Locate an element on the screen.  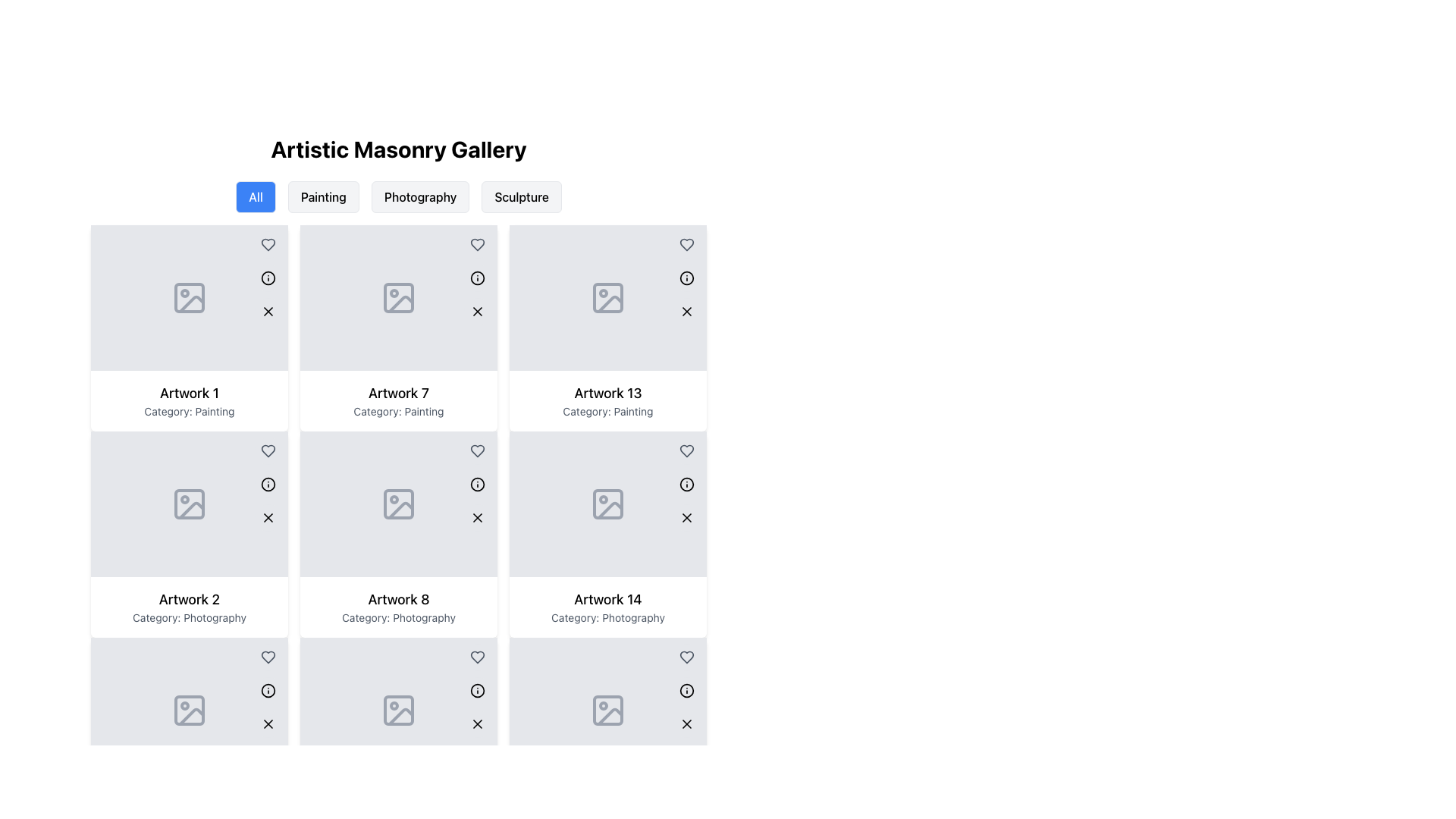
the heart icon button in the top-left corner of the 'Artwork 7 Category: Painting' card is located at coordinates (476, 244).